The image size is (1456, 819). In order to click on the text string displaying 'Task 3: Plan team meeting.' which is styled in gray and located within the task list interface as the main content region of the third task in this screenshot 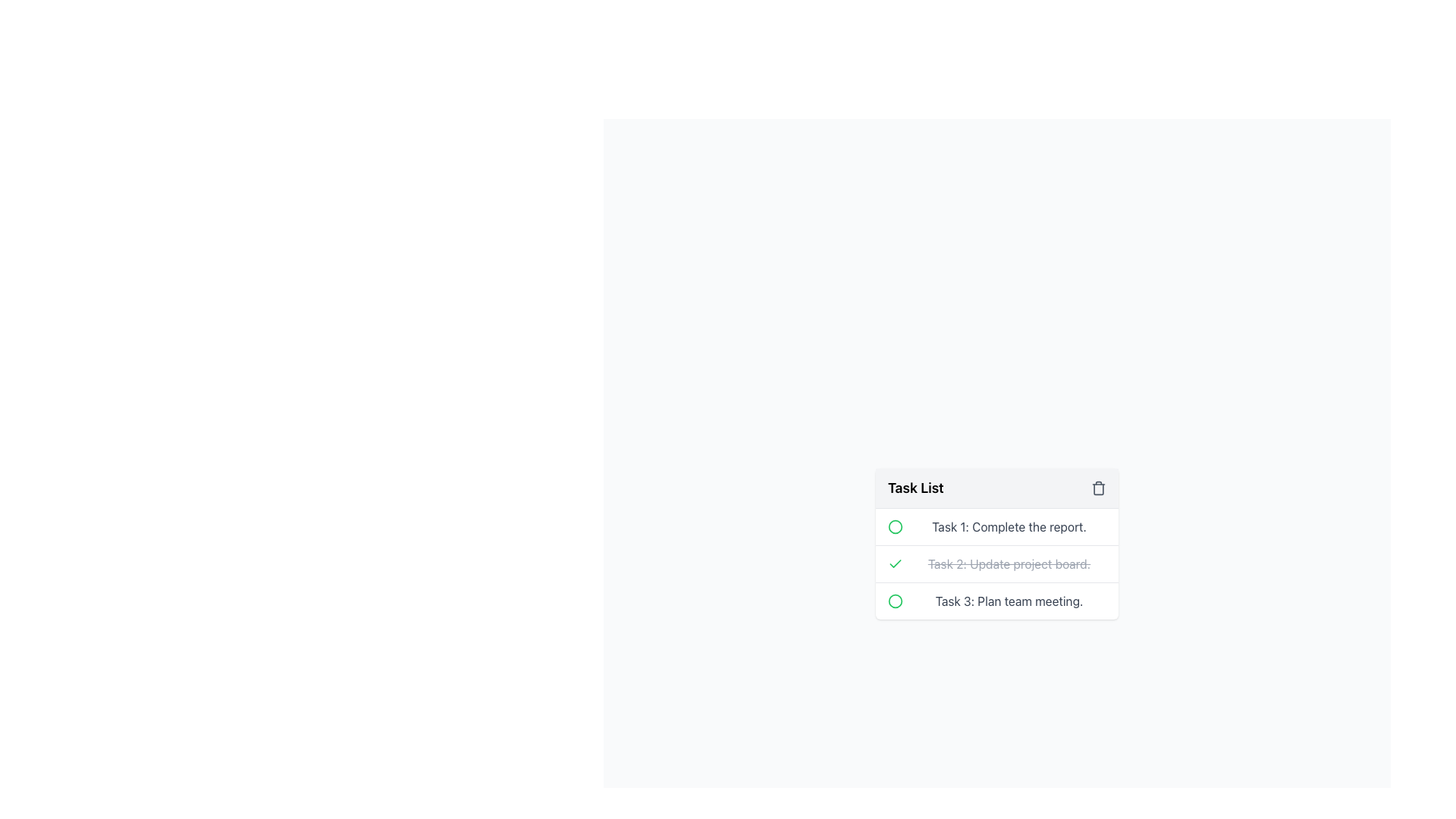, I will do `click(1009, 599)`.